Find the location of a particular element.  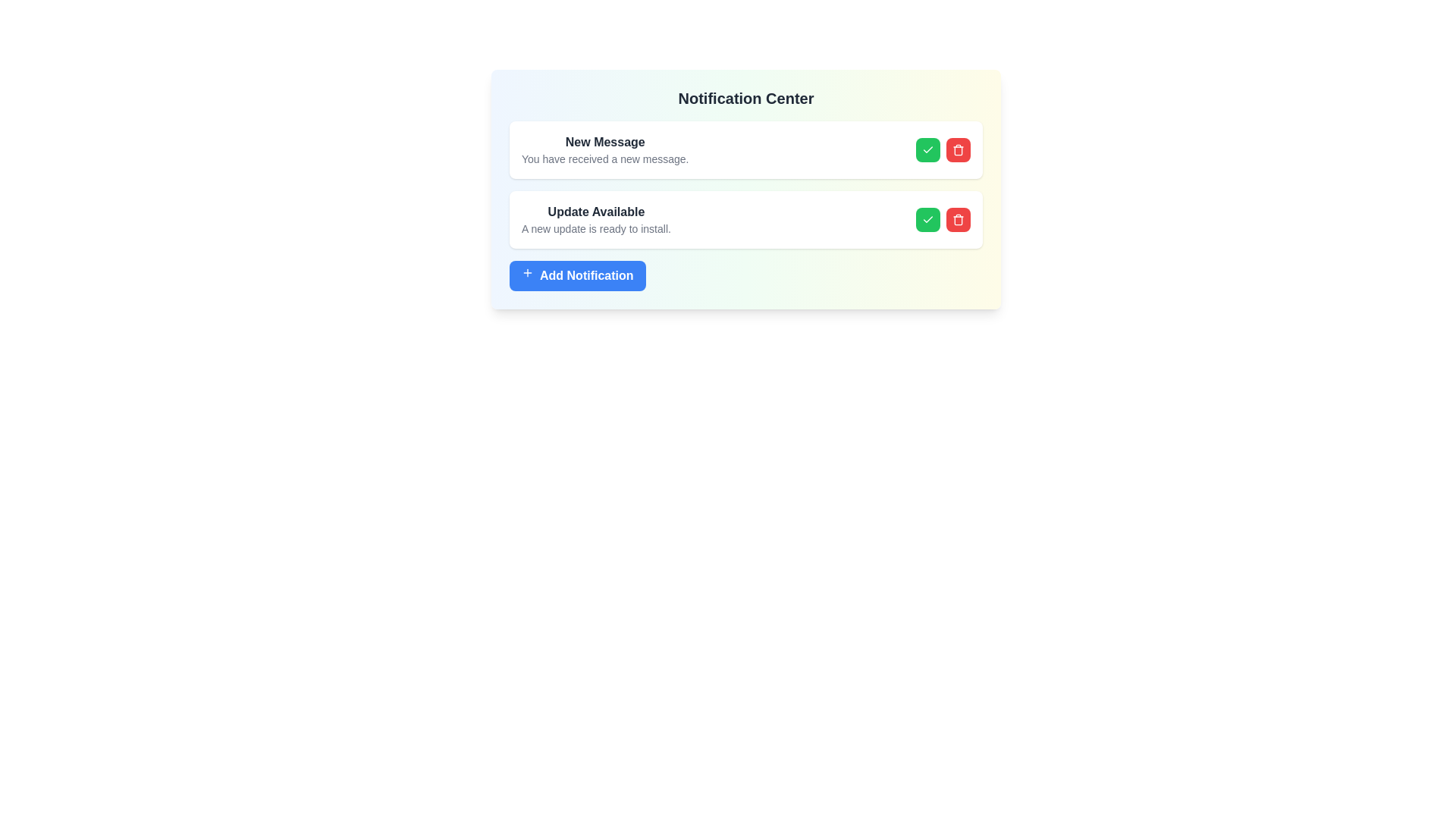

the trash can icon button with a red background located in the far right of the action buttons within the second notification card labeled 'Update Available' is located at coordinates (957, 219).